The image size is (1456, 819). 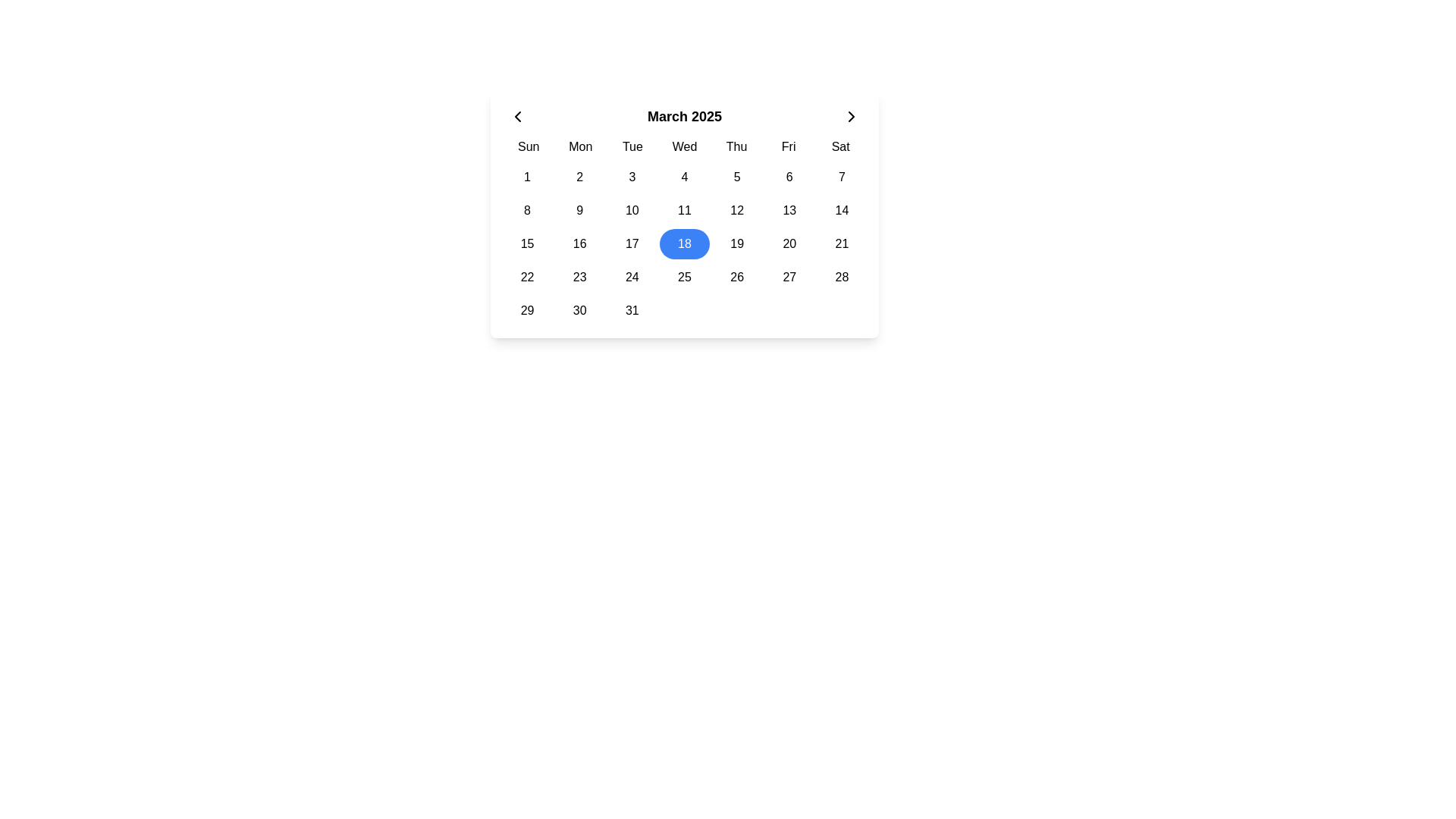 What do you see at coordinates (683, 146) in the screenshot?
I see `the Text header row that specifies the days of the week for the calendar grid` at bounding box center [683, 146].